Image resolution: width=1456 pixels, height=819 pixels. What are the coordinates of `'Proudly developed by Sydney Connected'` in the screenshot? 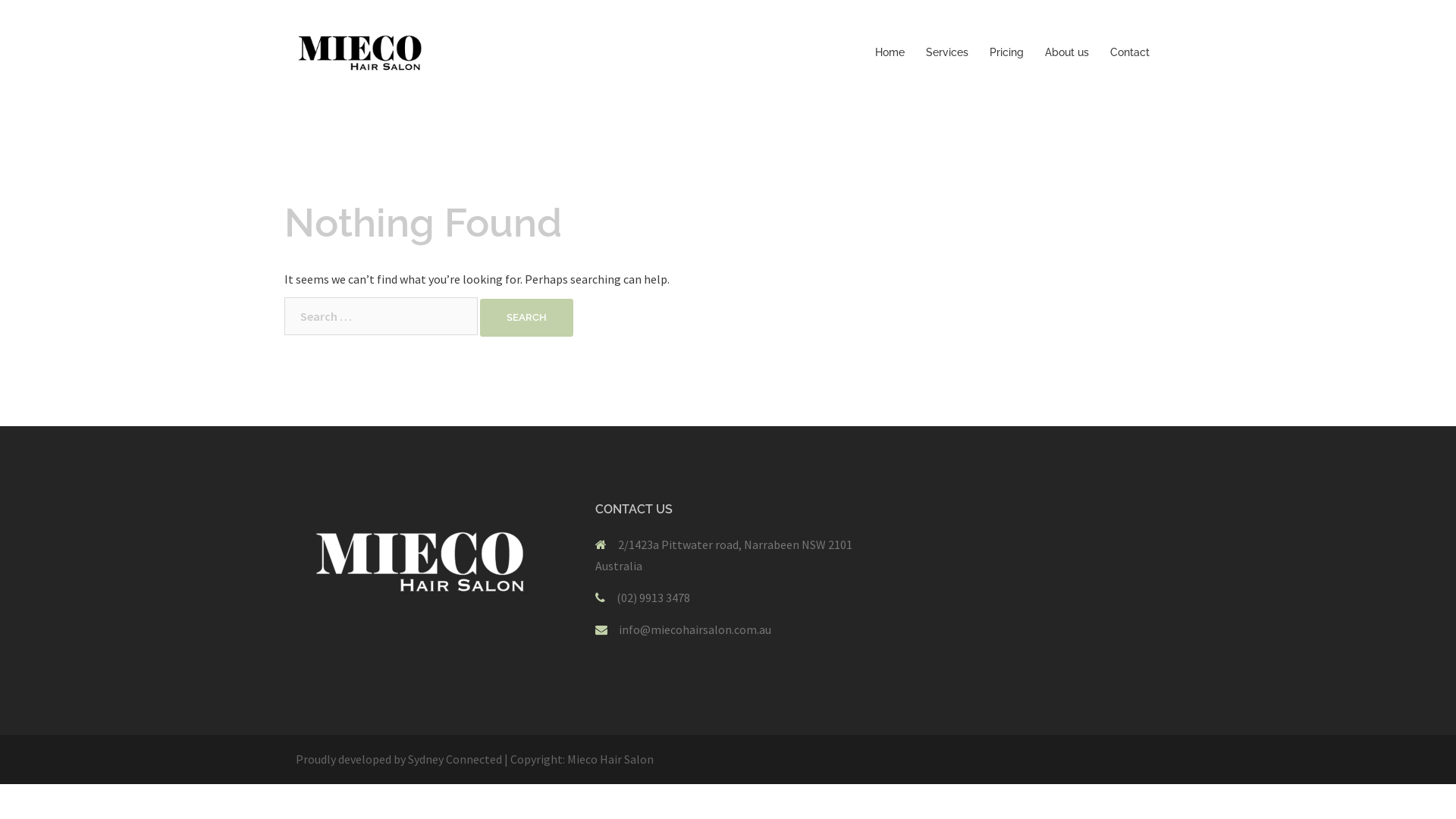 It's located at (399, 759).